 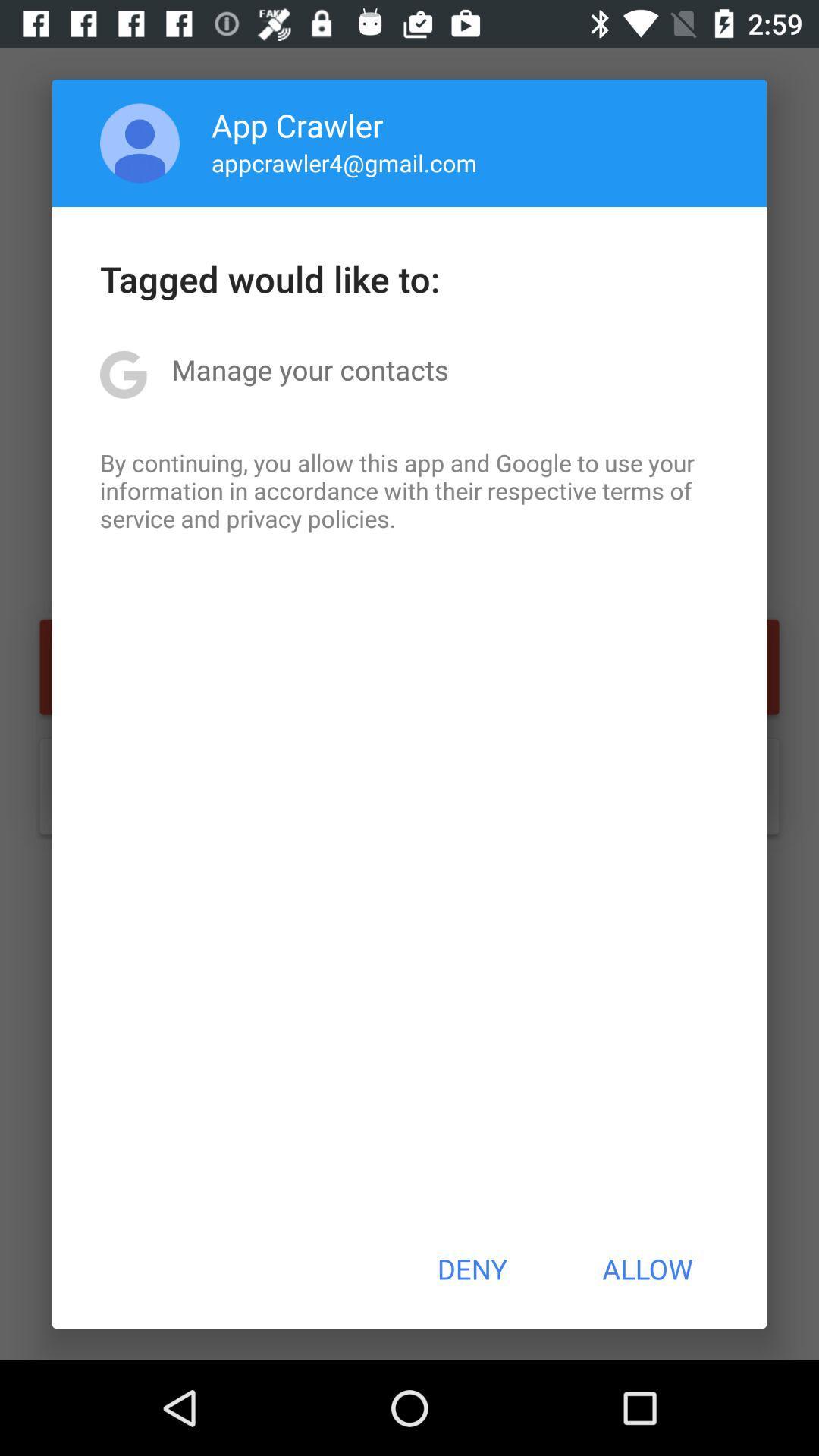 I want to click on appcrawler4@gmail.com icon, so click(x=344, y=162).